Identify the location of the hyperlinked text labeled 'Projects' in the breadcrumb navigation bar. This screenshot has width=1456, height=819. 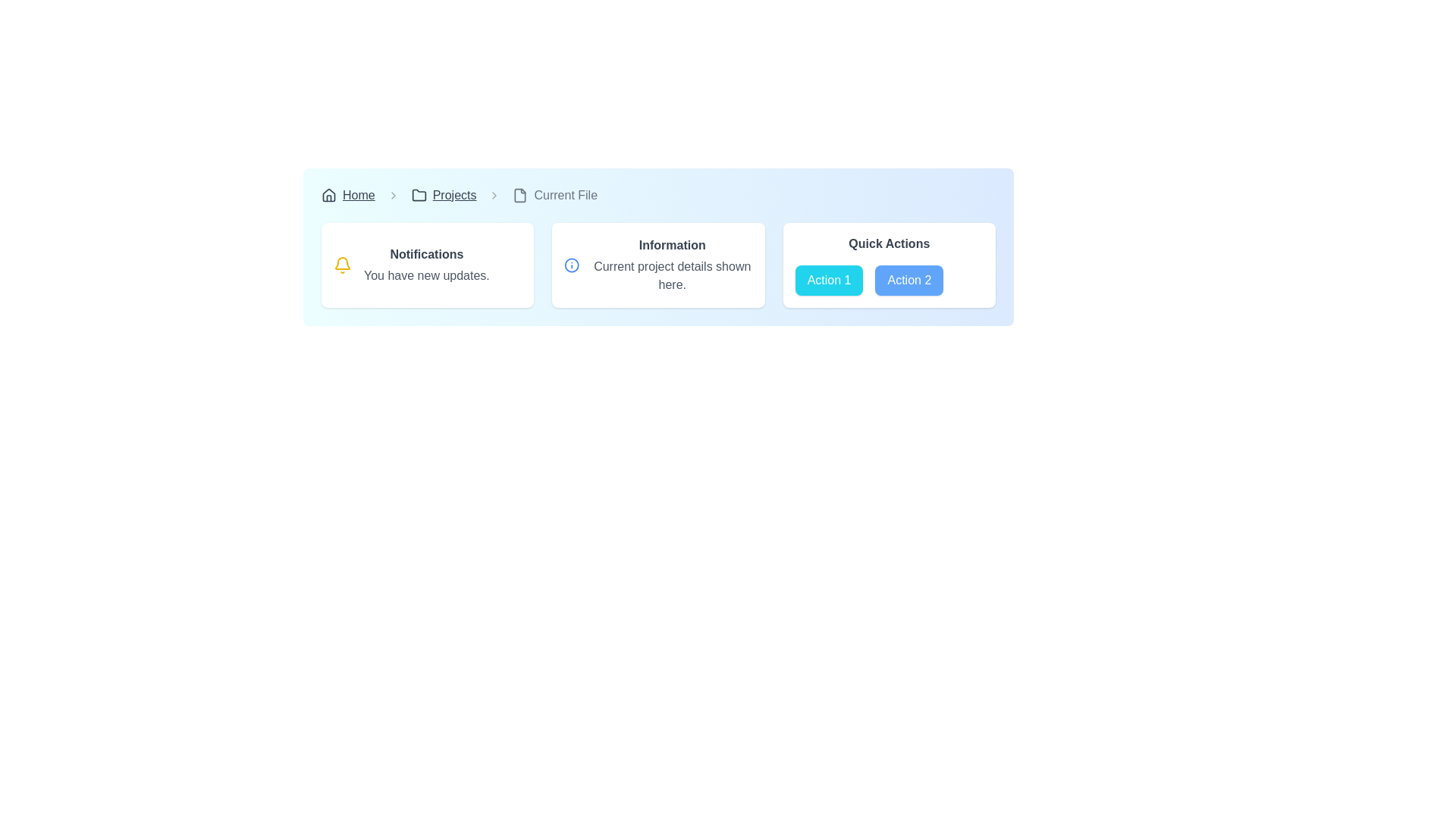
(453, 195).